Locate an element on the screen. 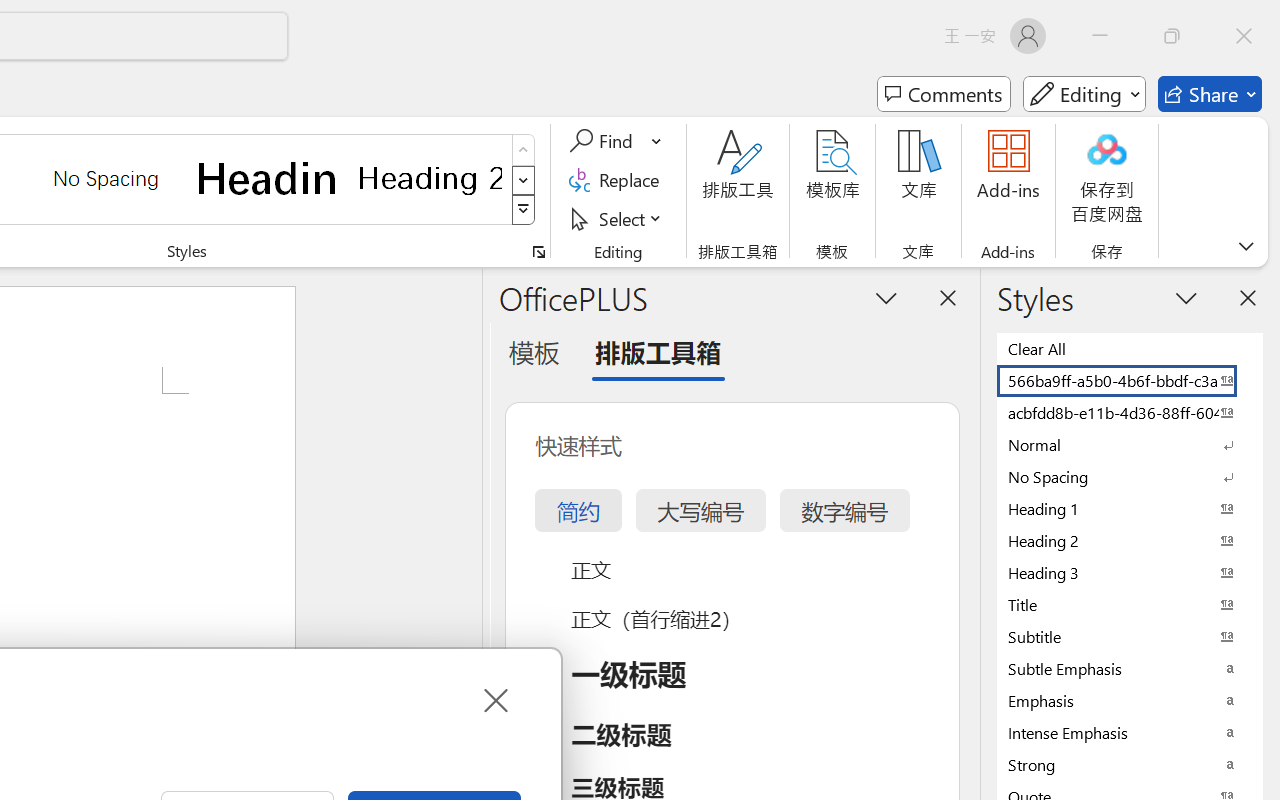 This screenshot has height=800, width=1280. 'Task Pane Options' is located at coordinates (886, 297).